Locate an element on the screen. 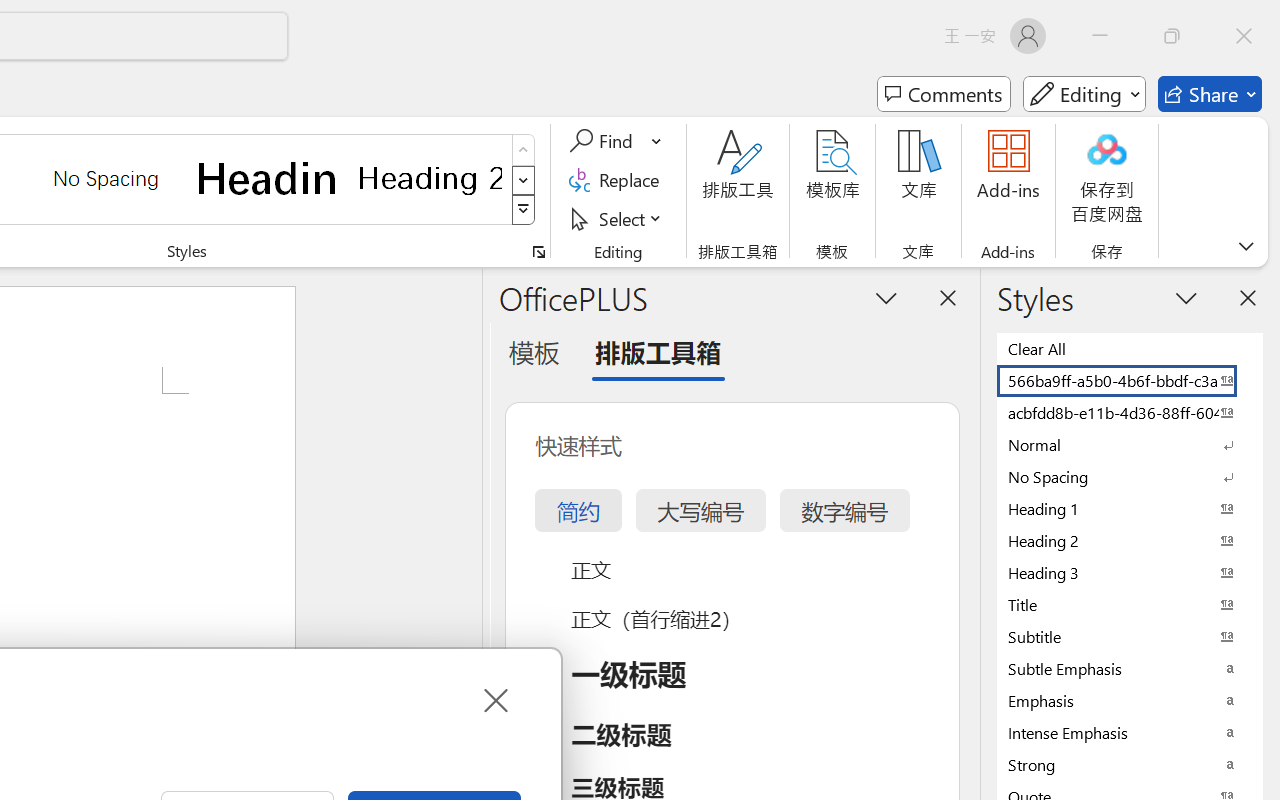 This screenshot has height=800, width=1280. 'Task Pane Options' is located at coordinates (886, 297).